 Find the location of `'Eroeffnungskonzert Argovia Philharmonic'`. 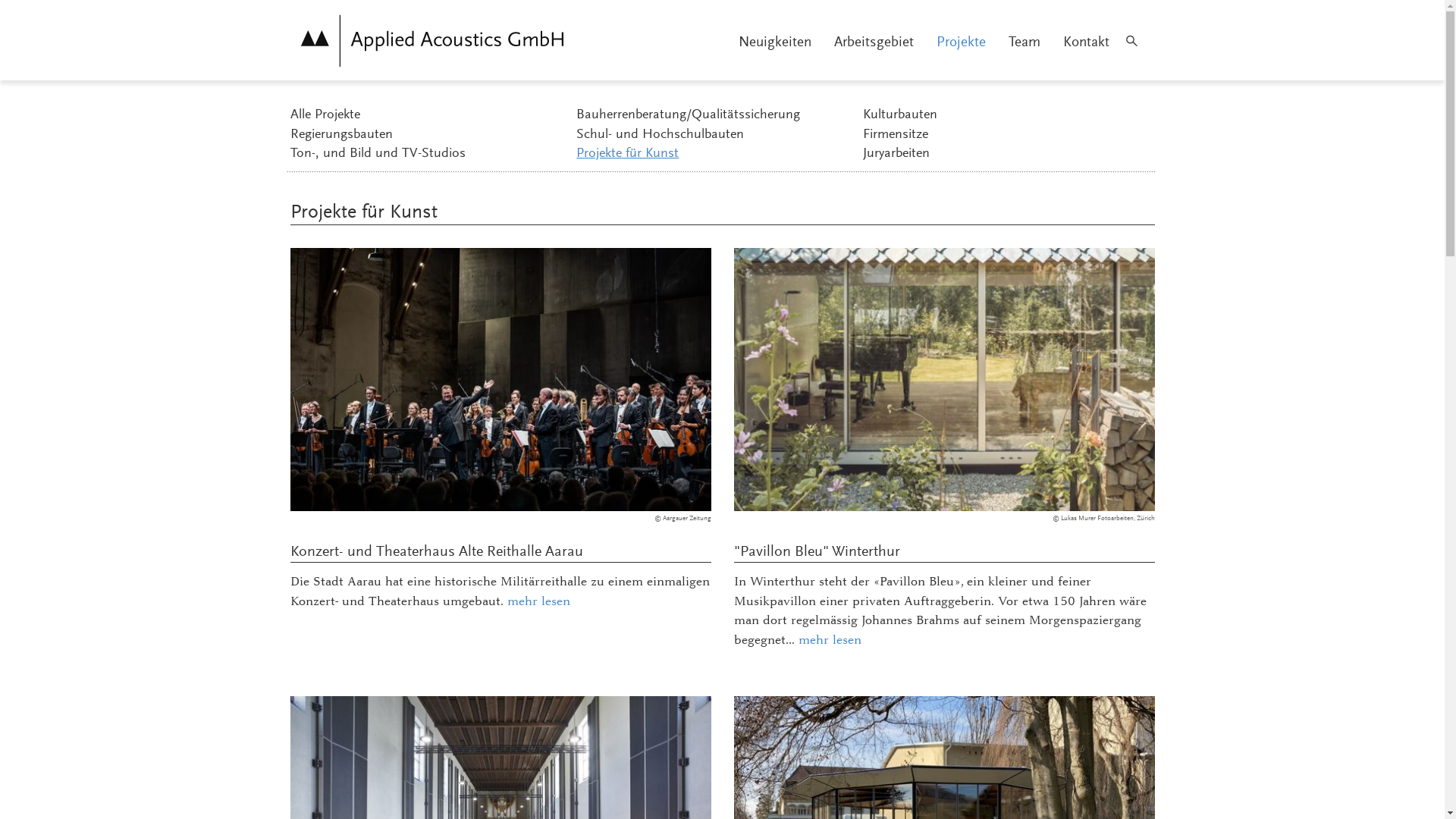

'Eroeffnungskonzert Argovia Philharmonic' is located at coordinates (500, 378).